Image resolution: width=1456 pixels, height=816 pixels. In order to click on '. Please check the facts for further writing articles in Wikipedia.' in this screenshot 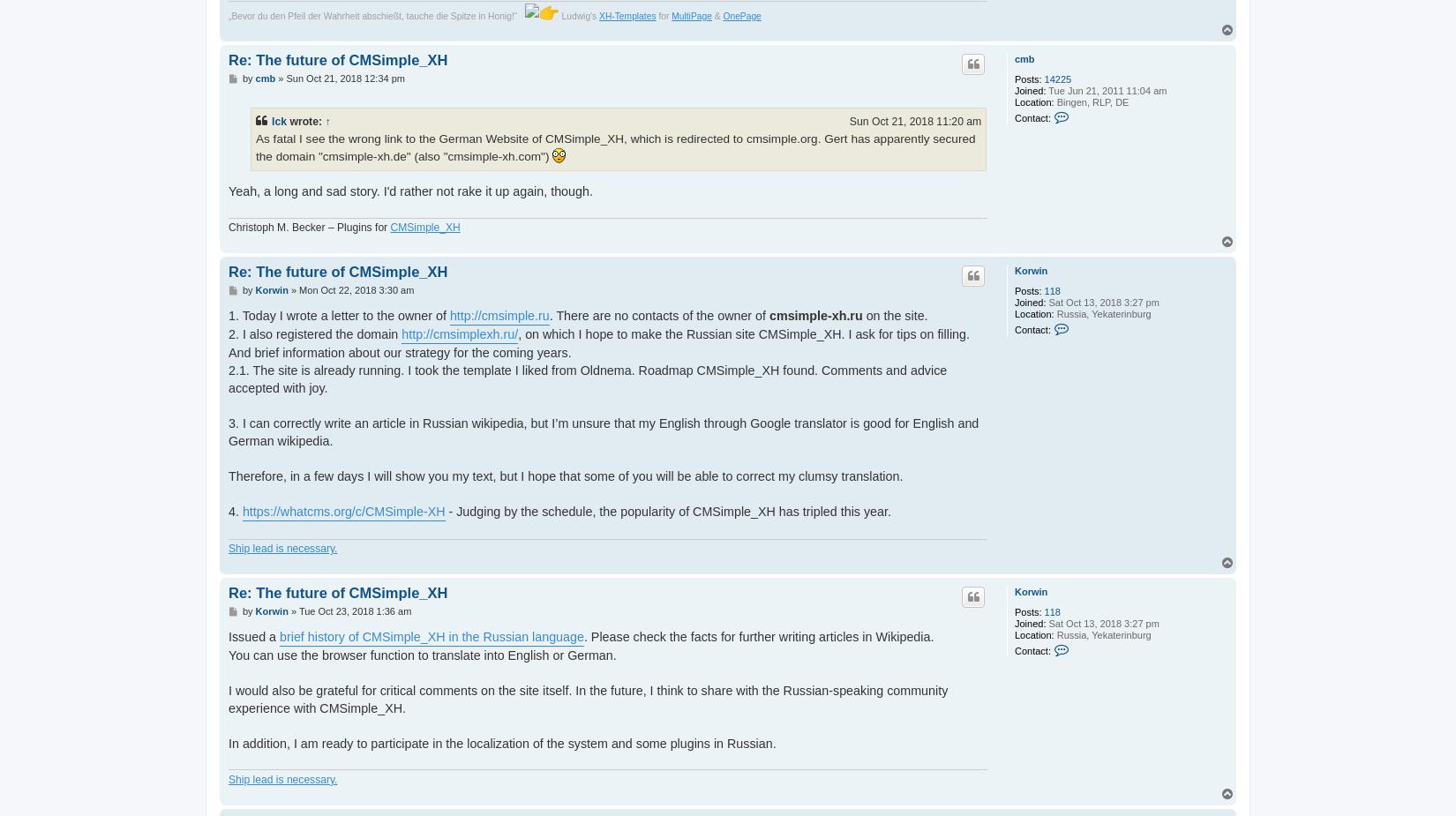, I will do `click(758, 636)`.